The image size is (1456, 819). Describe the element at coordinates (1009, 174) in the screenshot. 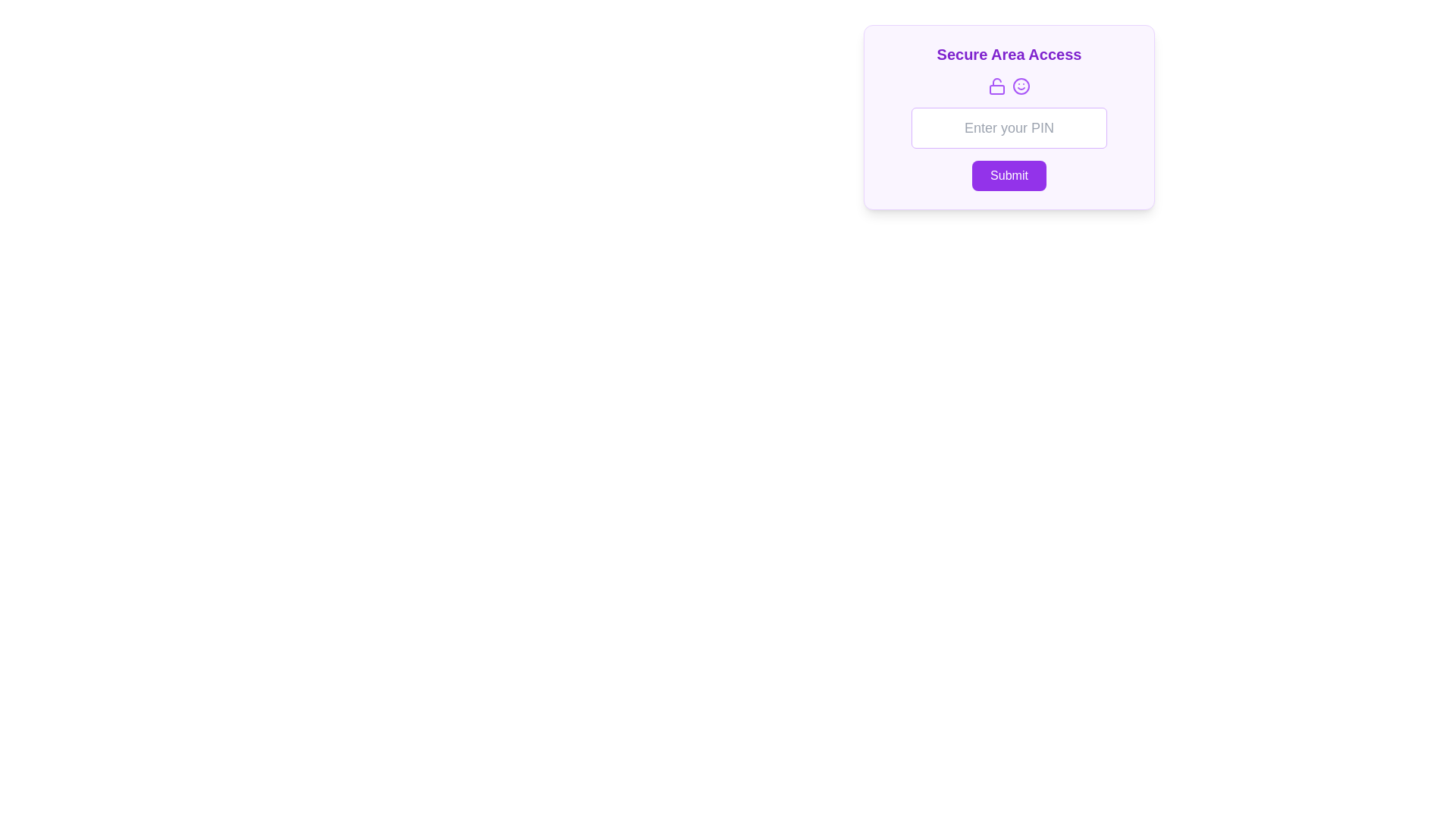

I see `the 'Submit' button with a purple background and rounded corners` at that location.